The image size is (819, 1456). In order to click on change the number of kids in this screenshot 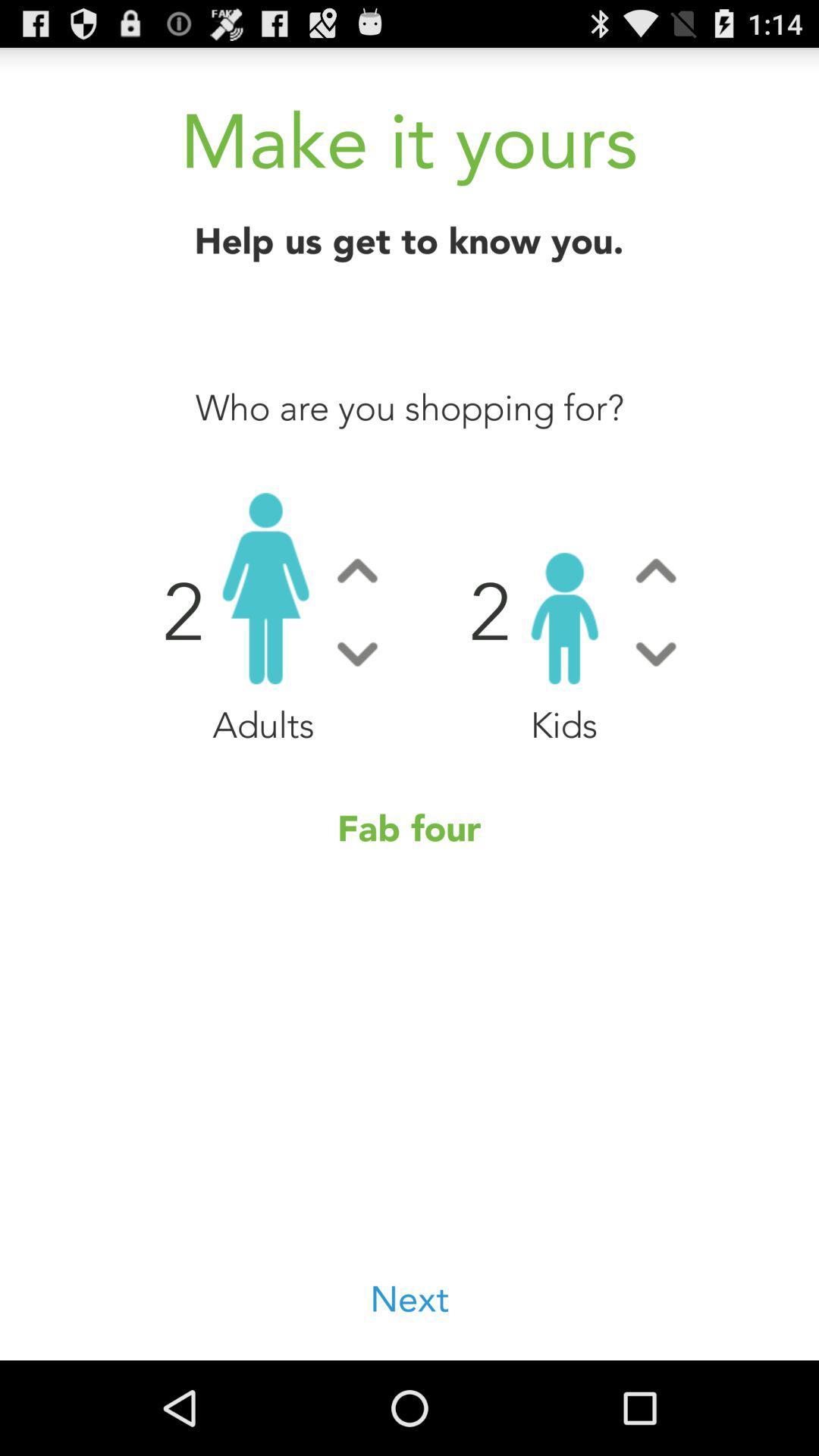, I will do `click(655, 570)`.